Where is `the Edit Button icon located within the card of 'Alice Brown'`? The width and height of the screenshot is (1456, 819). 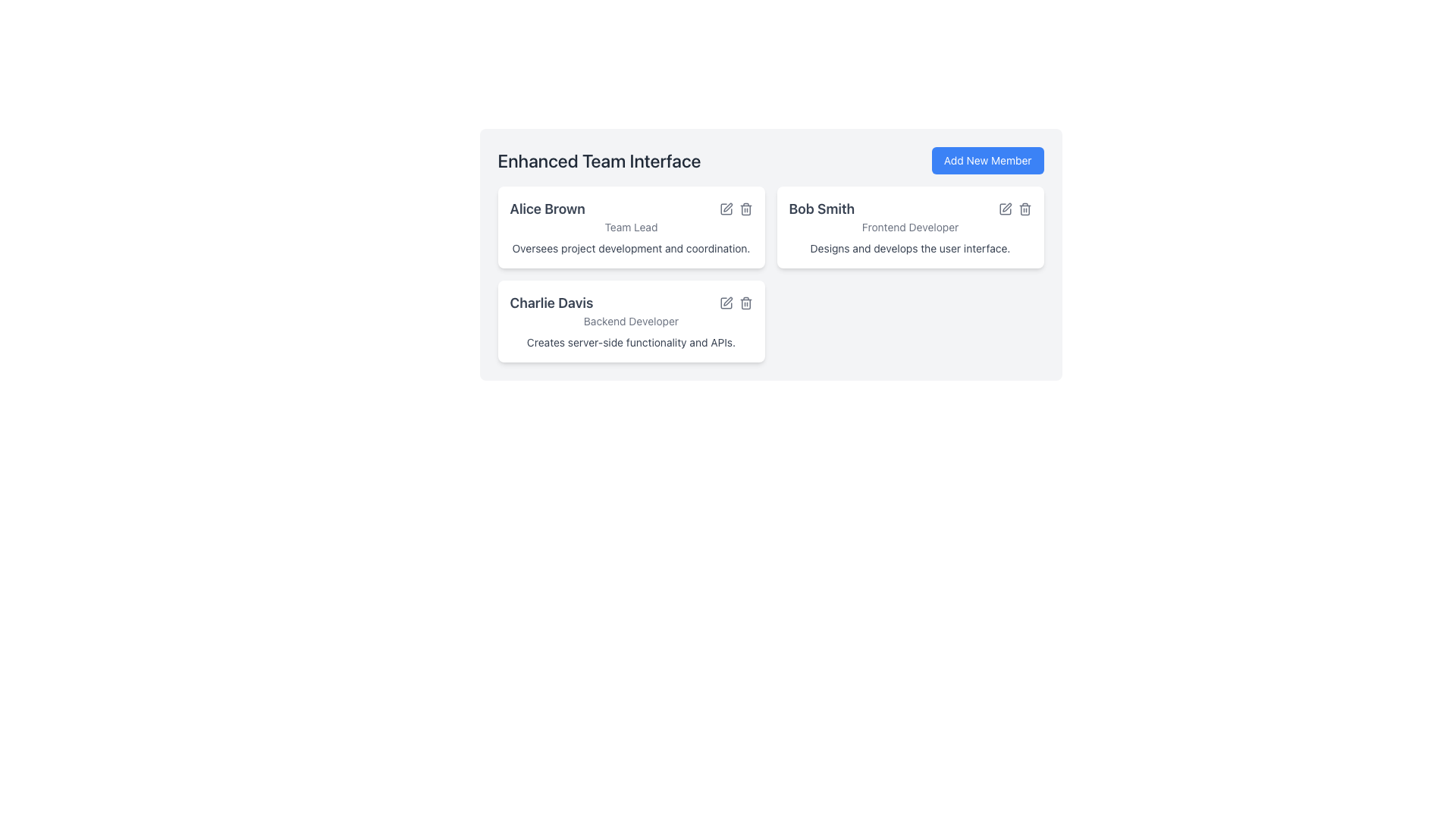 the Edit Button icon located within the card of 'Alice Brown' is located at coordinates (726, 207).